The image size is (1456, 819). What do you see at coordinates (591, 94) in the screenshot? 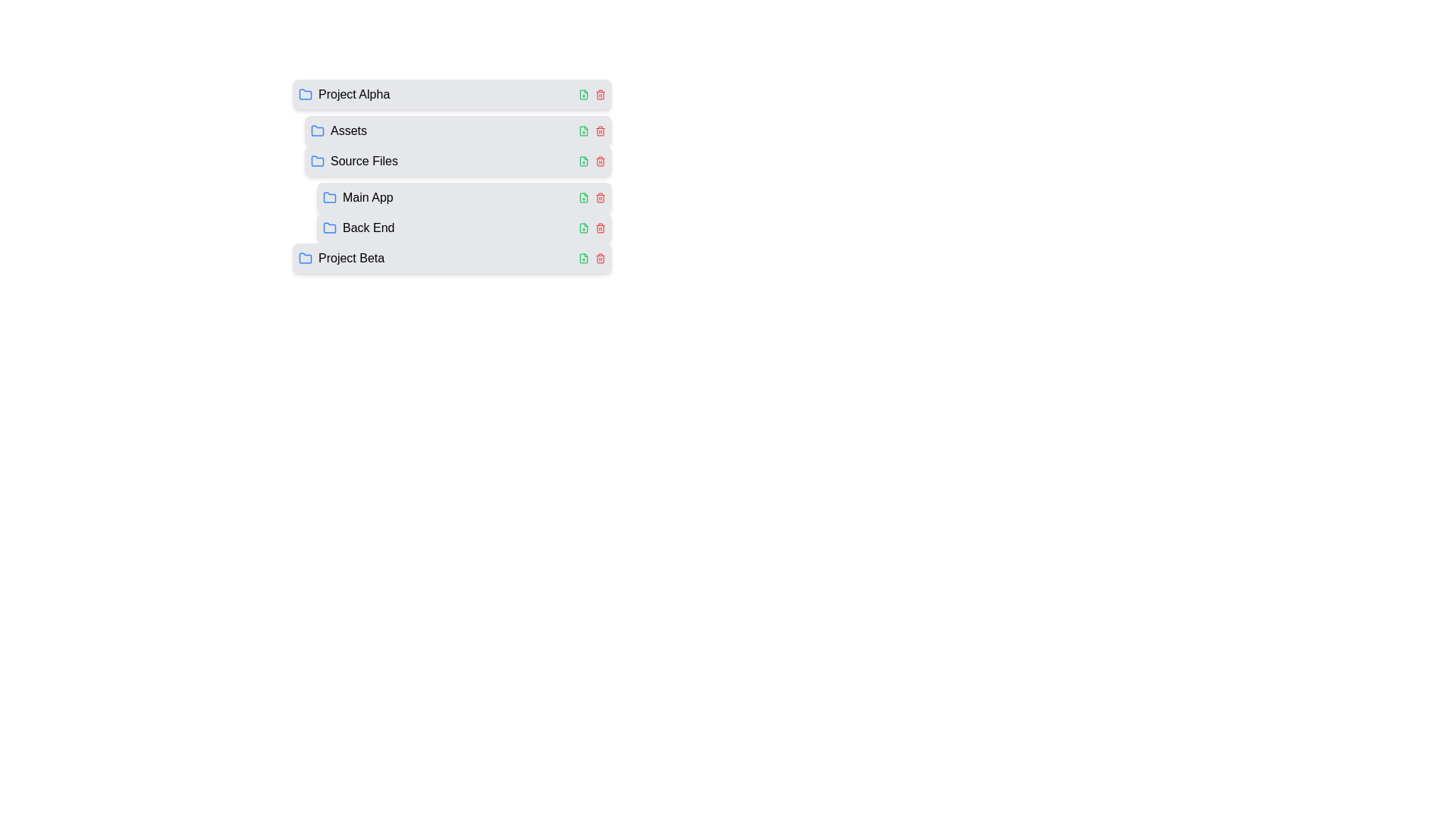
I see `the left icon within the 'Project Alpha' row` at bounding box center [591, 94].